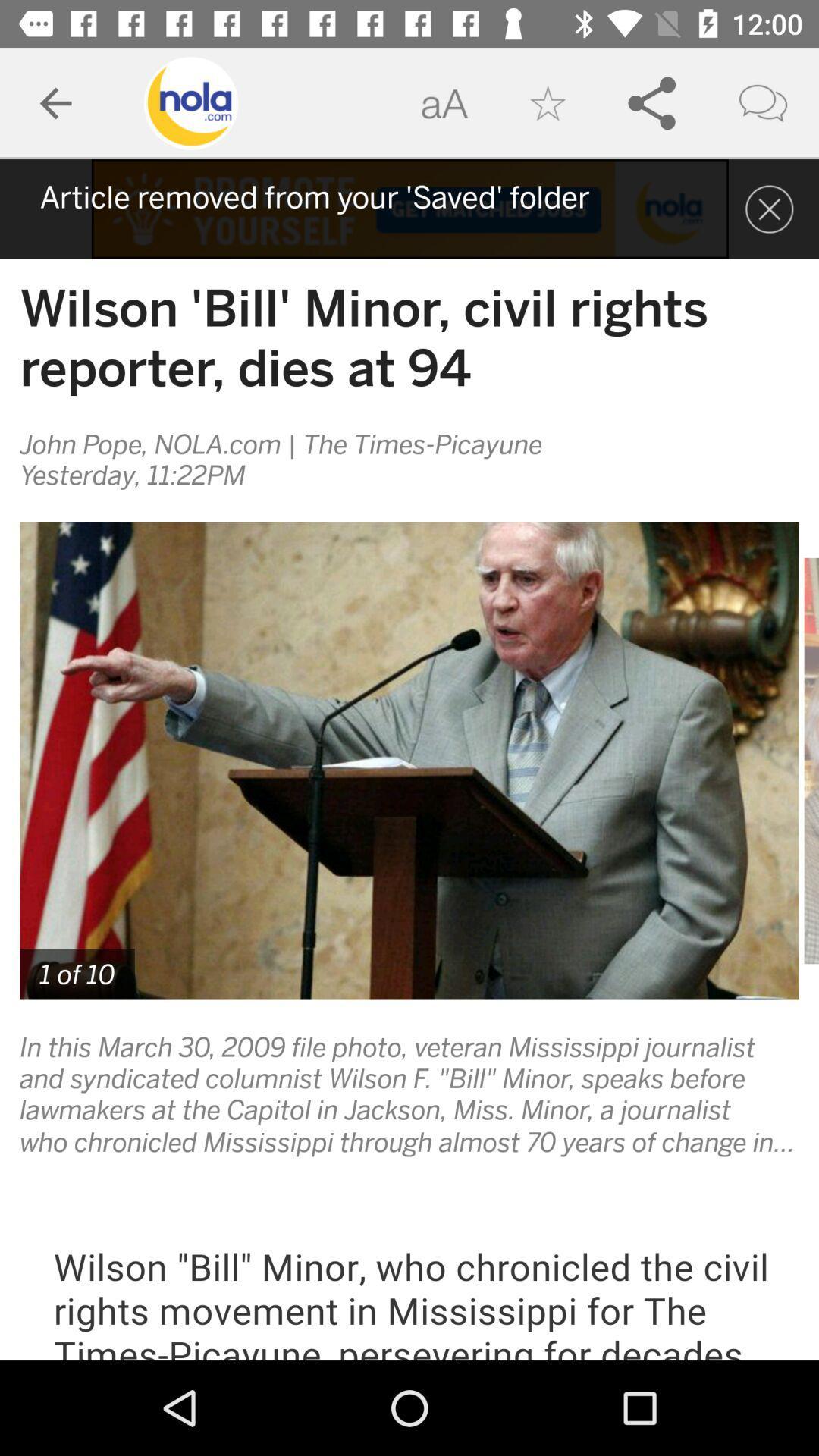  I want to click on alert saying article removed from saved, so click(409, 208).